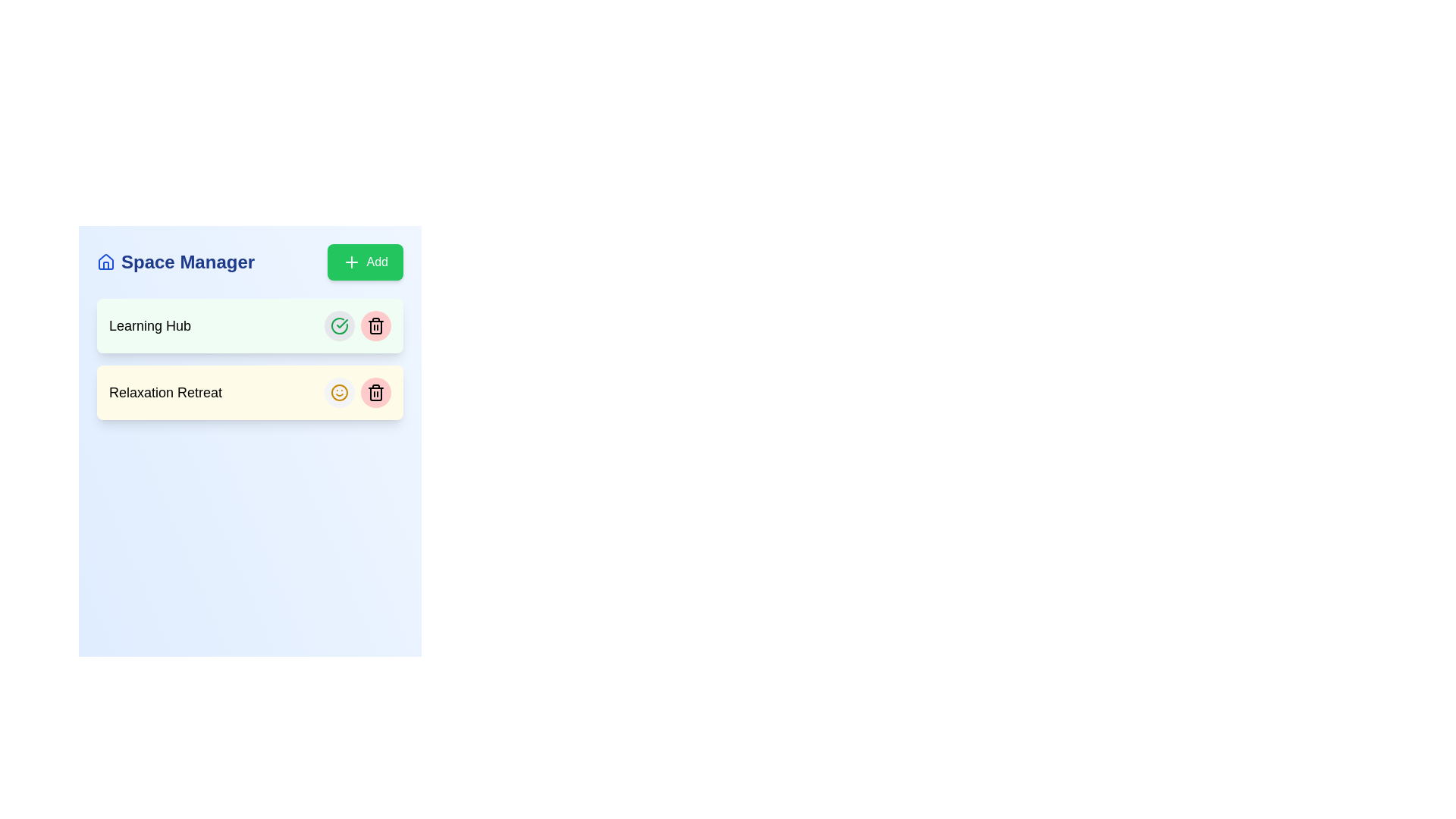 Image resolution: width=1456 pixels, height=819 pixels. What do you see at coordinates (250, 262) in the screenshot?
I see `the header section titled 'Space Manager'` at bounding box center [250, 262].